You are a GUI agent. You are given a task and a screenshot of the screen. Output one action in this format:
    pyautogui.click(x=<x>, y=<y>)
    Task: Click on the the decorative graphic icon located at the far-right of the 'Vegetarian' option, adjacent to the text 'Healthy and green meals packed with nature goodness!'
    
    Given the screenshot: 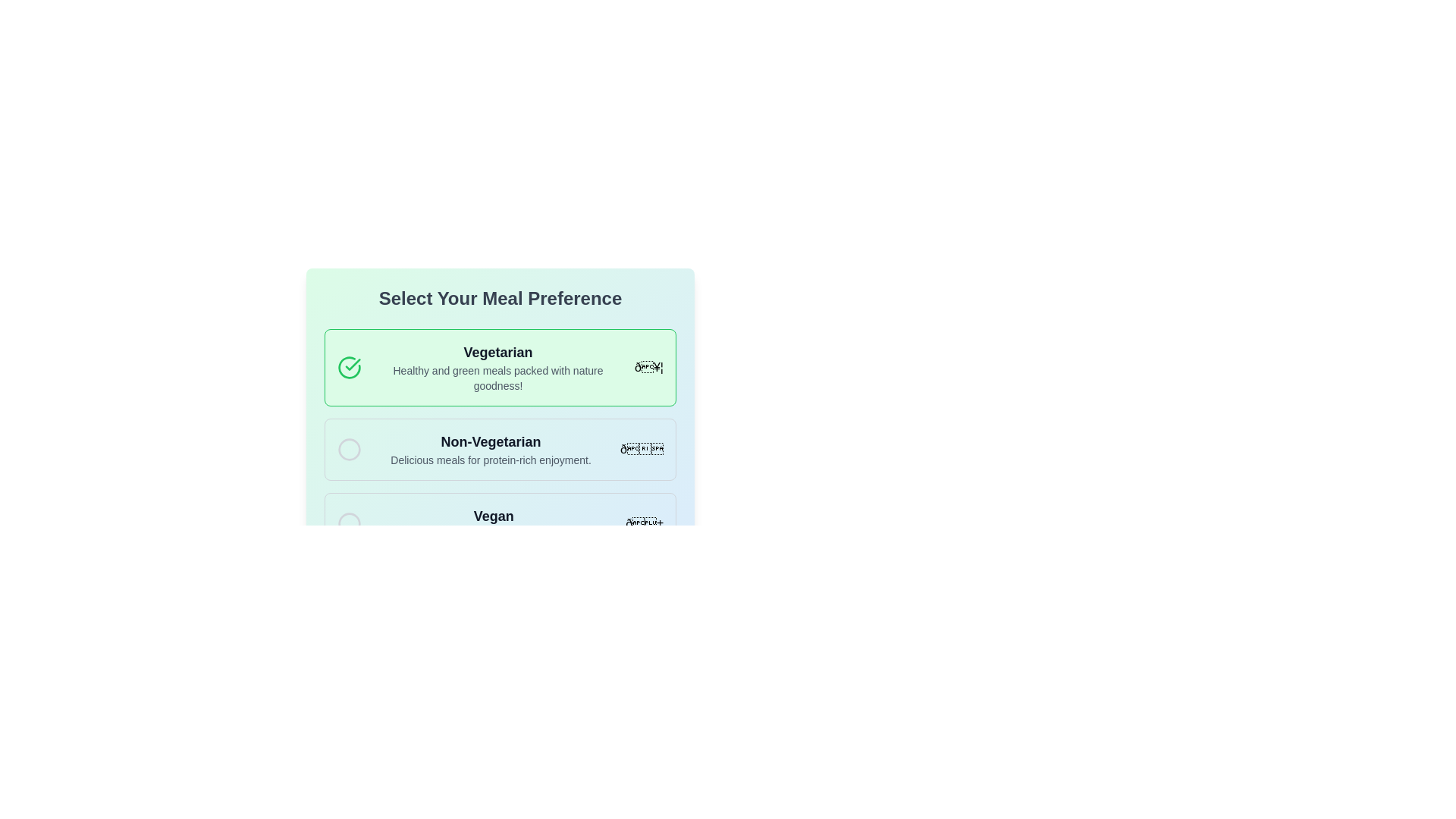 What is the action you would take?
    pyautogui.click(x=648, y=368)
    